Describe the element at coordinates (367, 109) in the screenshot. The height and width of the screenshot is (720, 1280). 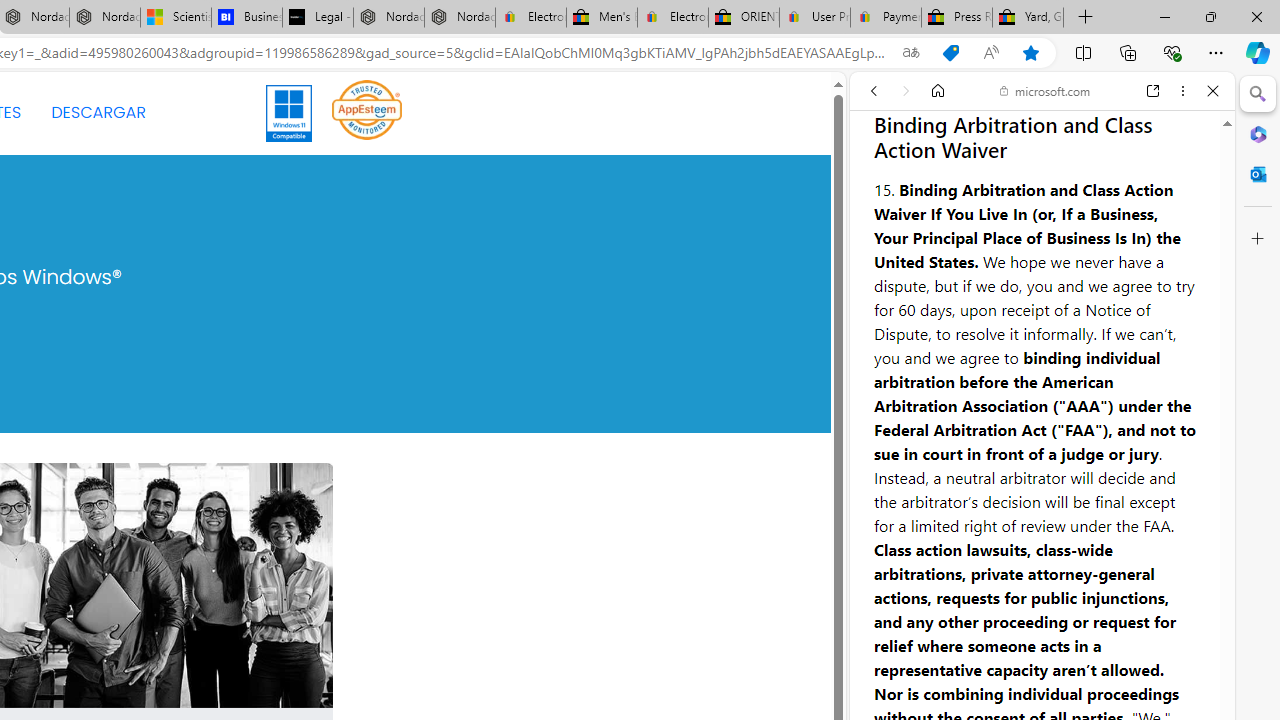
I see `'App Esteem'` at that location.